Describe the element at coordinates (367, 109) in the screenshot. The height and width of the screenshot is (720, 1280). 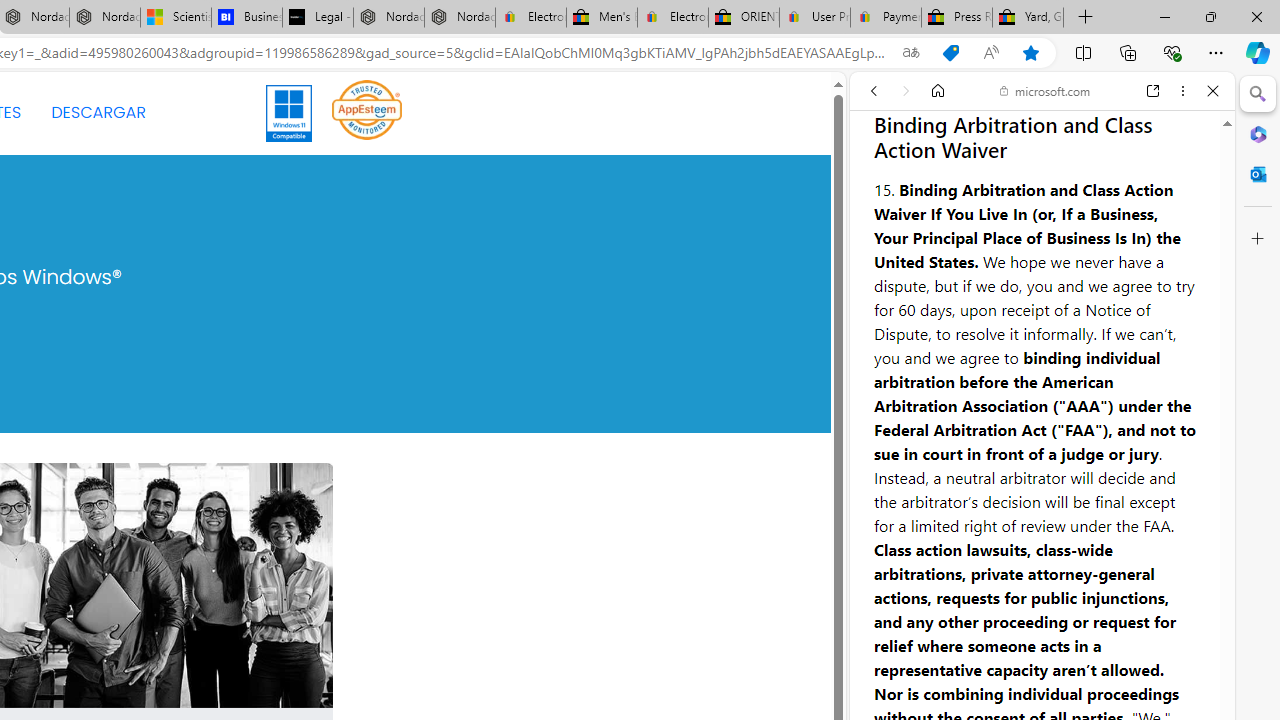
I see `'App Esteem'` at that location.